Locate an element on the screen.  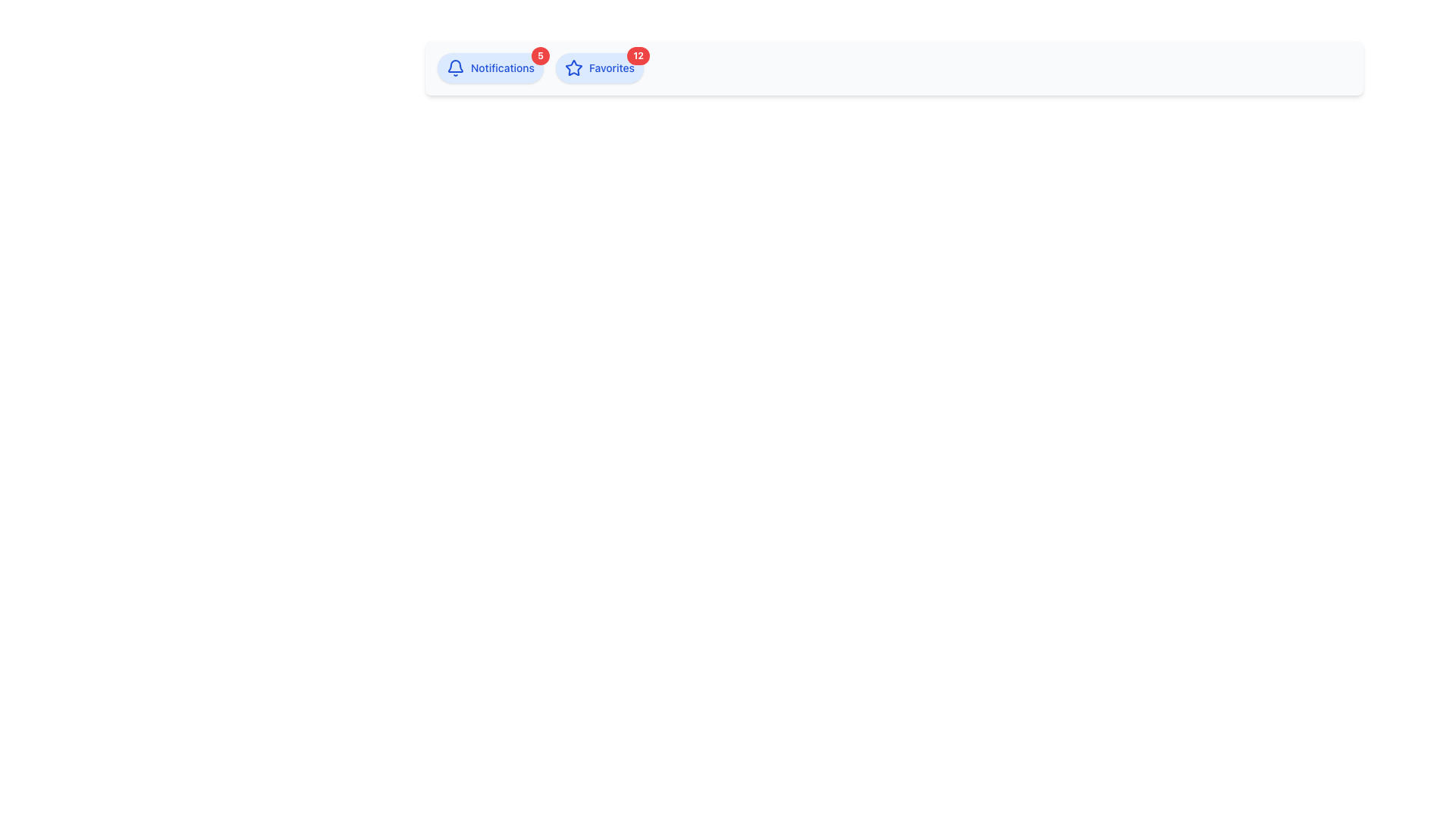
the star icon located to the right of the Notifications button, which indicates favorites or important items is located at coordinates (573, 67).